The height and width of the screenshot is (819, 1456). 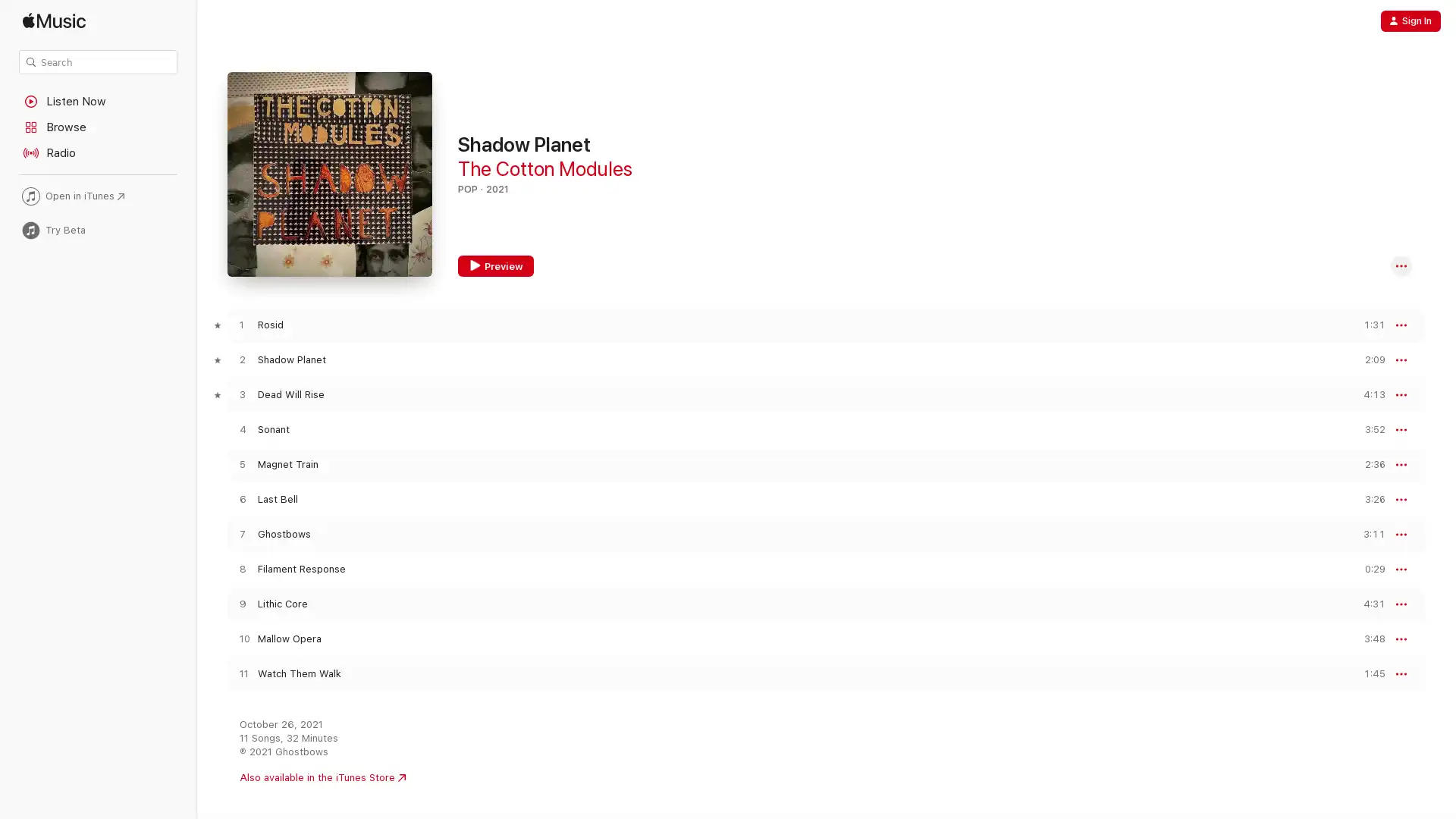 What do you see at coordinates (1401, 394) in the screenshot?
I see `More` at bounding box center [1401, 394].